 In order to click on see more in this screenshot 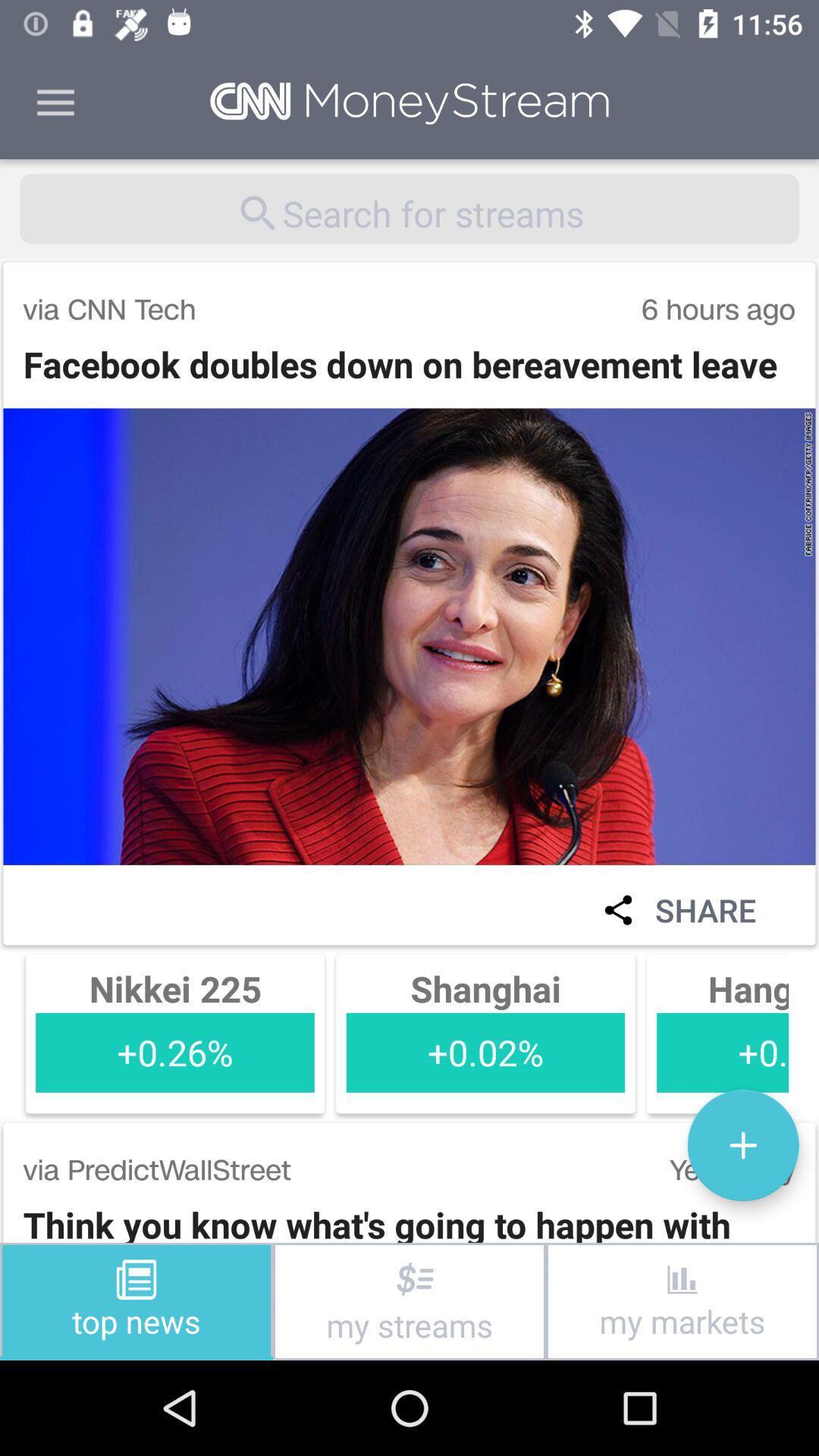, I will do `click(742, 1145)`.